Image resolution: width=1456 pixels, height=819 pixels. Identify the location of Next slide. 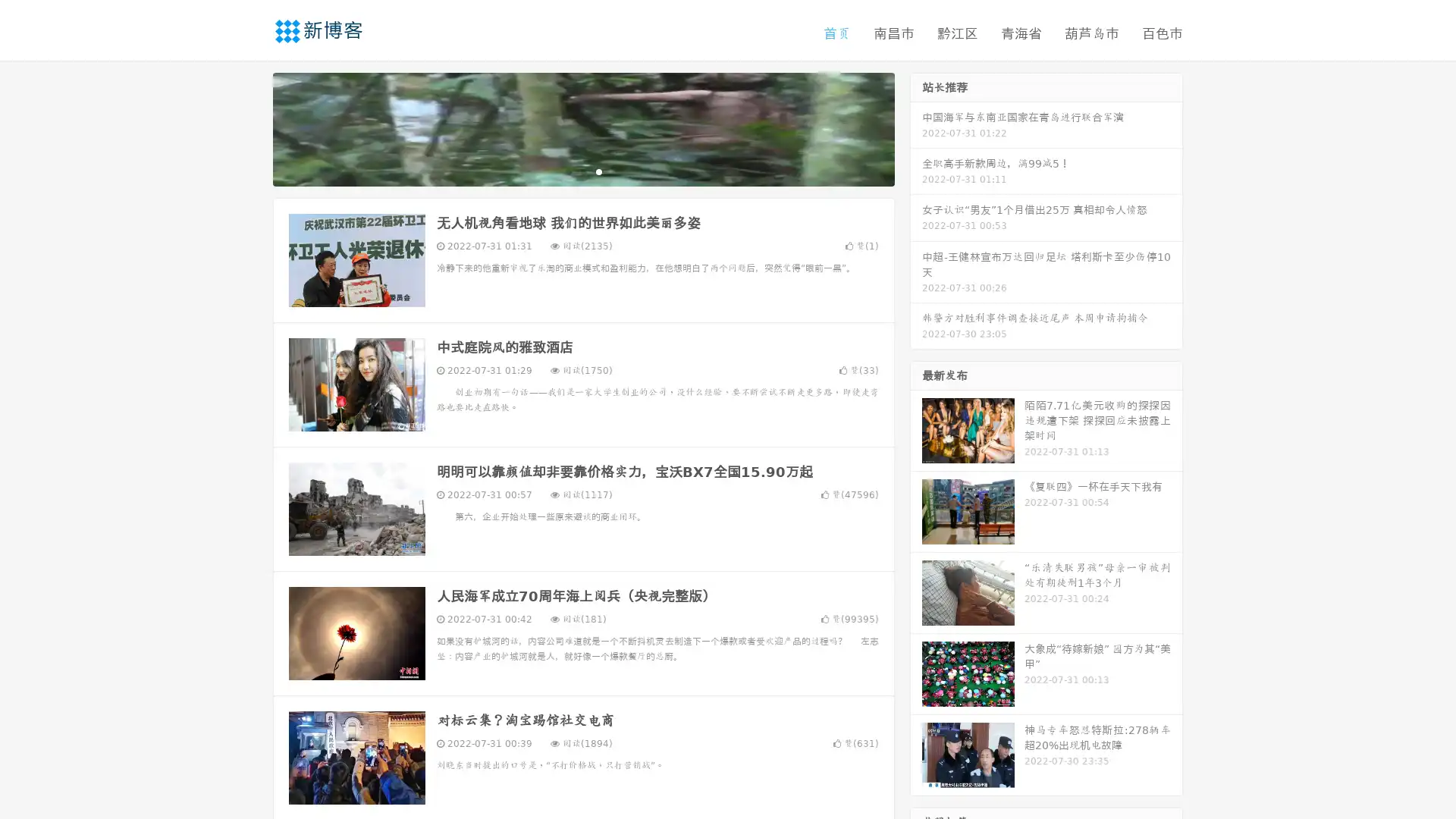
(916, 127).